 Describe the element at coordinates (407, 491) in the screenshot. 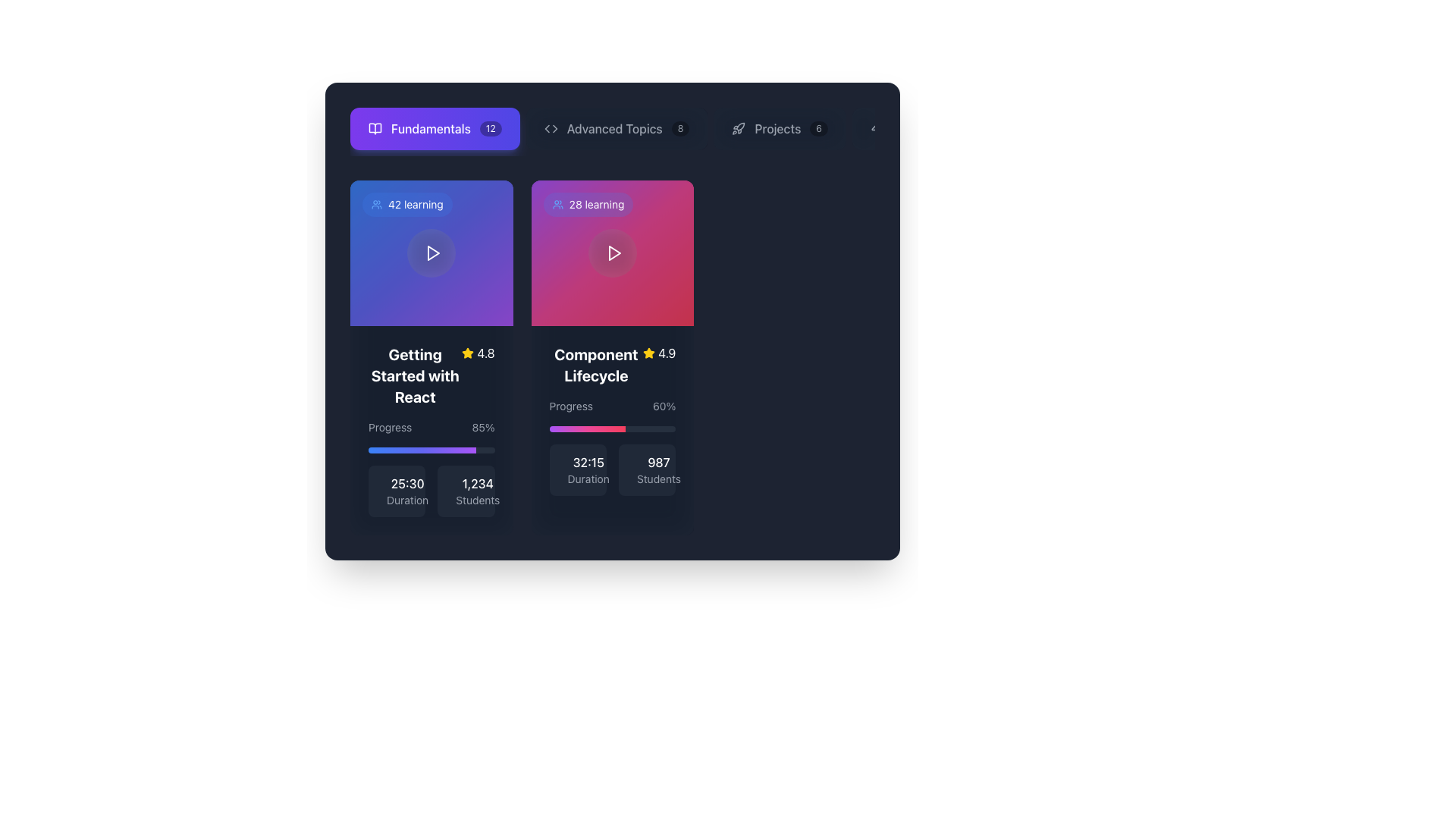

I see `the static text display indicating the duration of the associated content, located at the bottom-left corner of the card` at that location.